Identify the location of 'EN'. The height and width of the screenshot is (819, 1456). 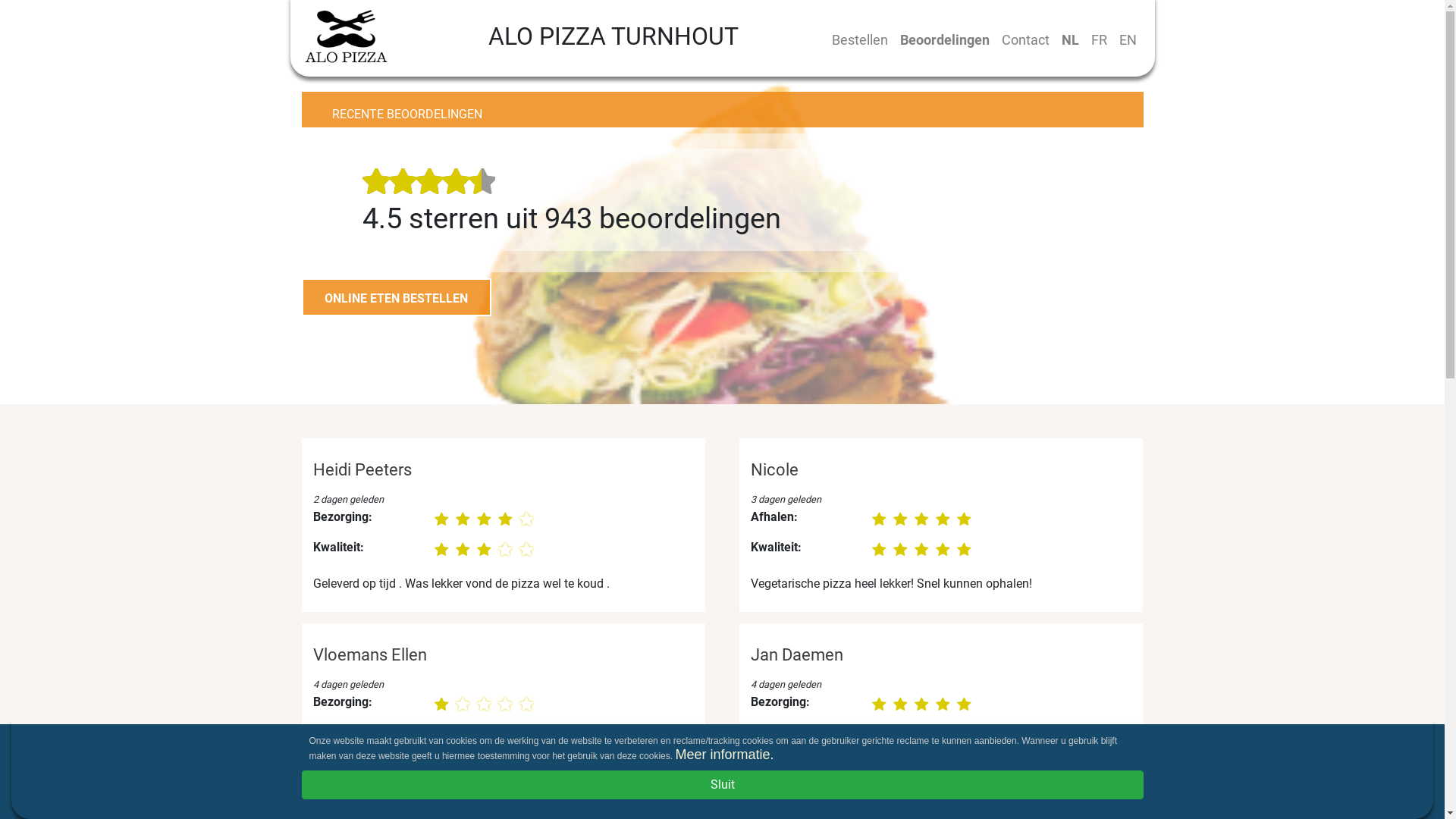
(1128, 39).